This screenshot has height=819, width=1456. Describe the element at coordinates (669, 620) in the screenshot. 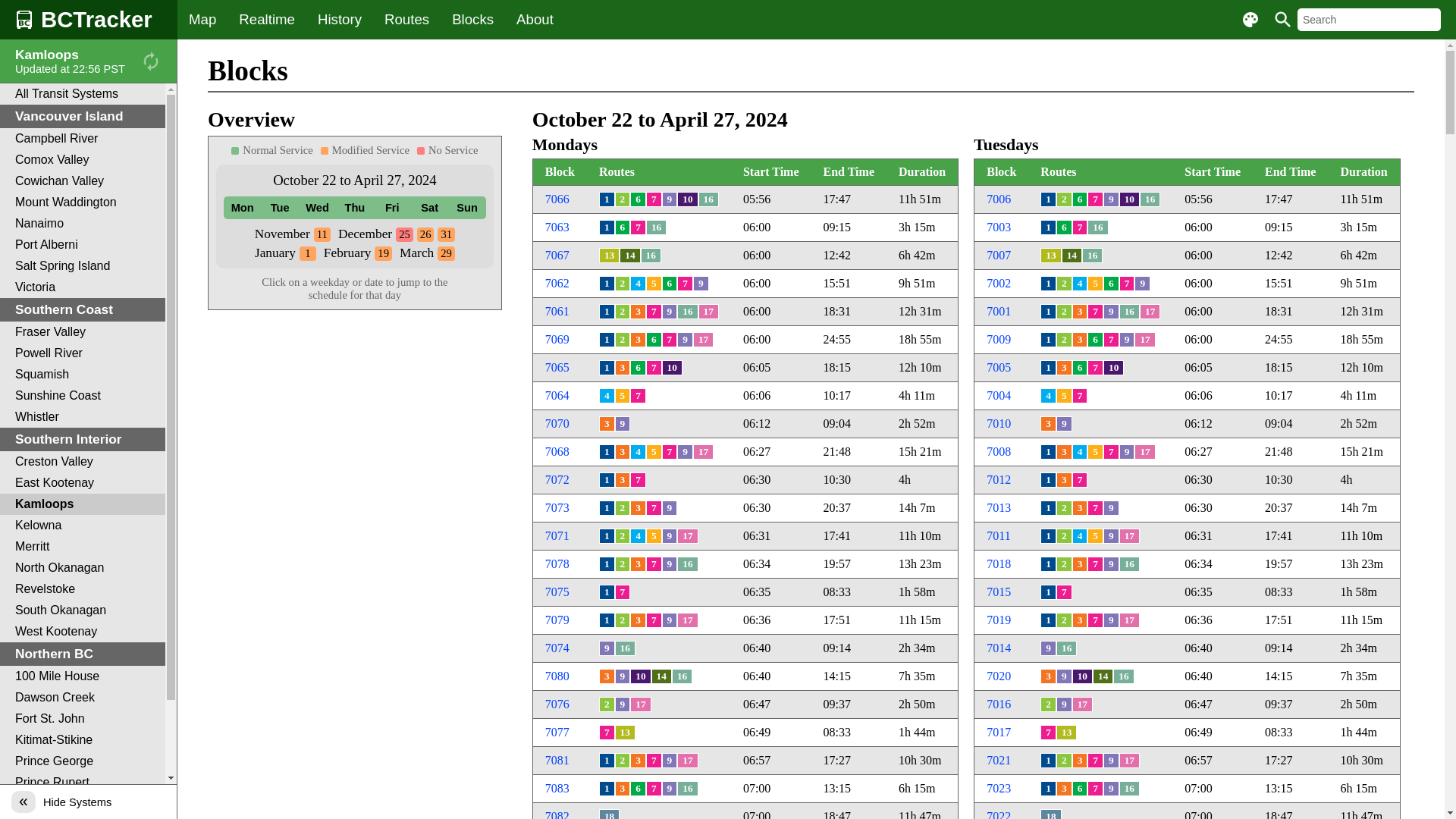

I see `'9'` at that location.